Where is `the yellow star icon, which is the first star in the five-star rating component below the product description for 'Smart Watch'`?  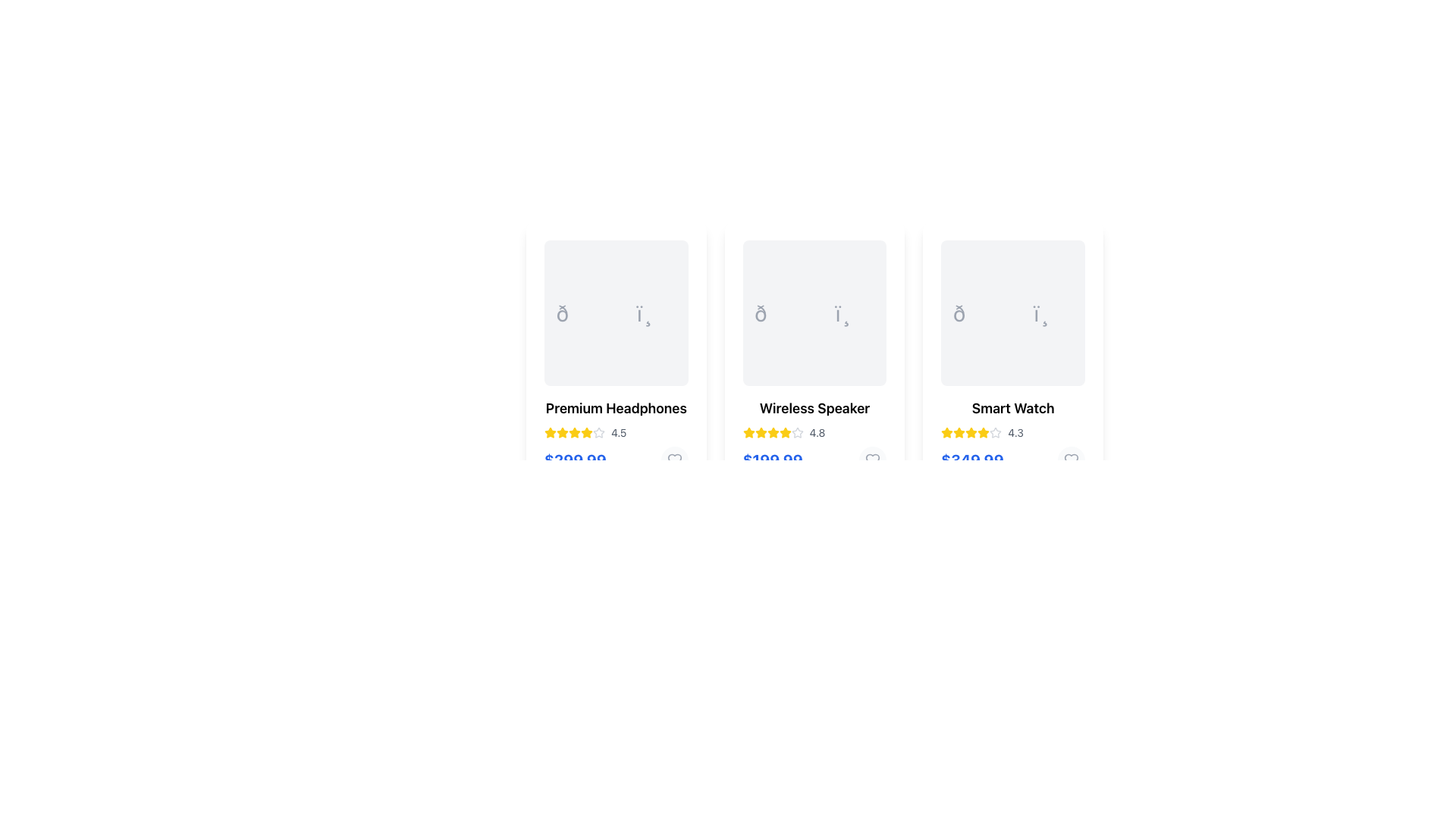
the yellow star icon, which is the first star in the five-star rating component below the product description for 'Smart Watch' is located at coordinates (946, 432).